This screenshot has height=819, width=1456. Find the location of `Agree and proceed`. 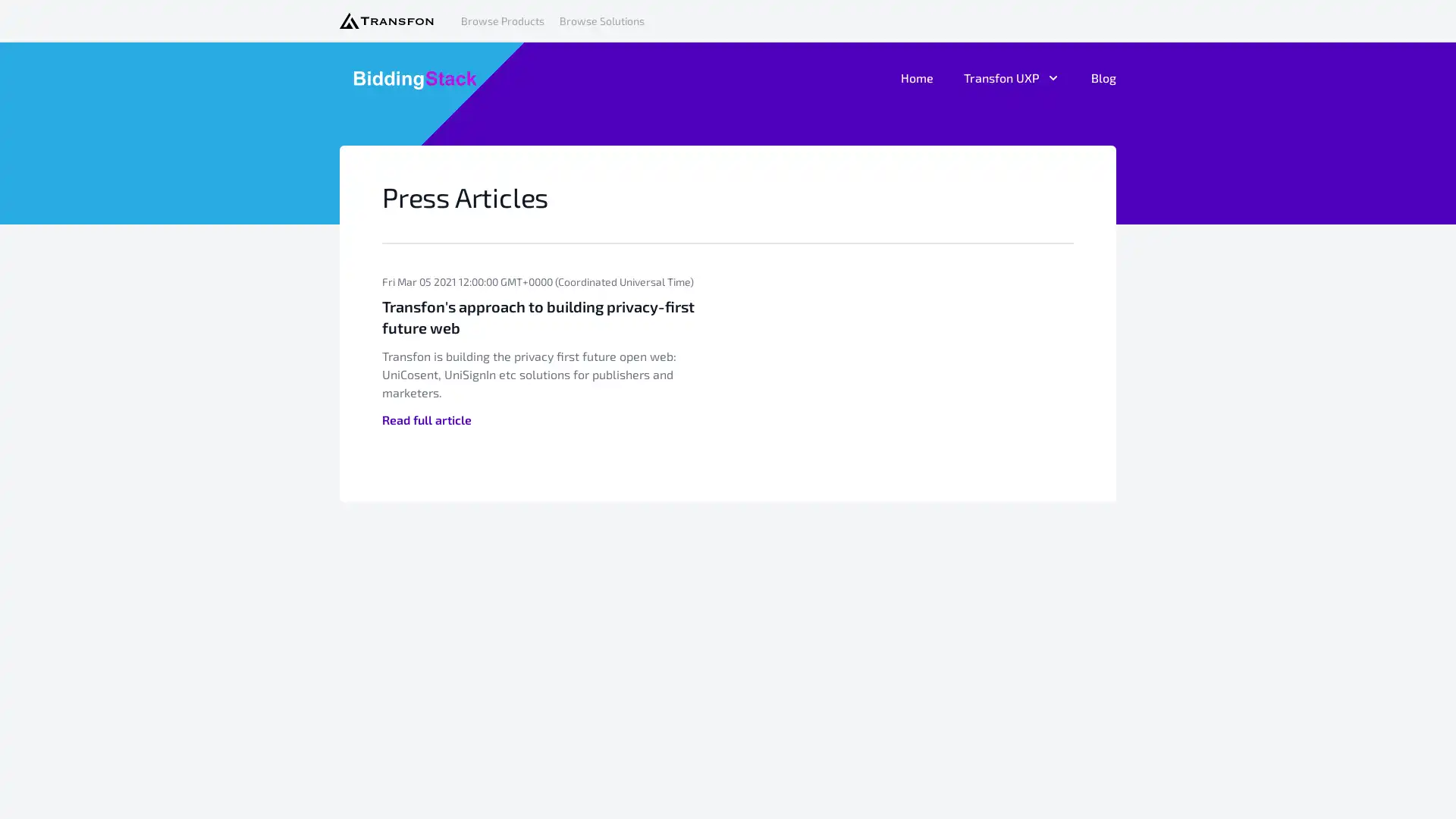

Agree and proceed is located at coordinates (273, 791).